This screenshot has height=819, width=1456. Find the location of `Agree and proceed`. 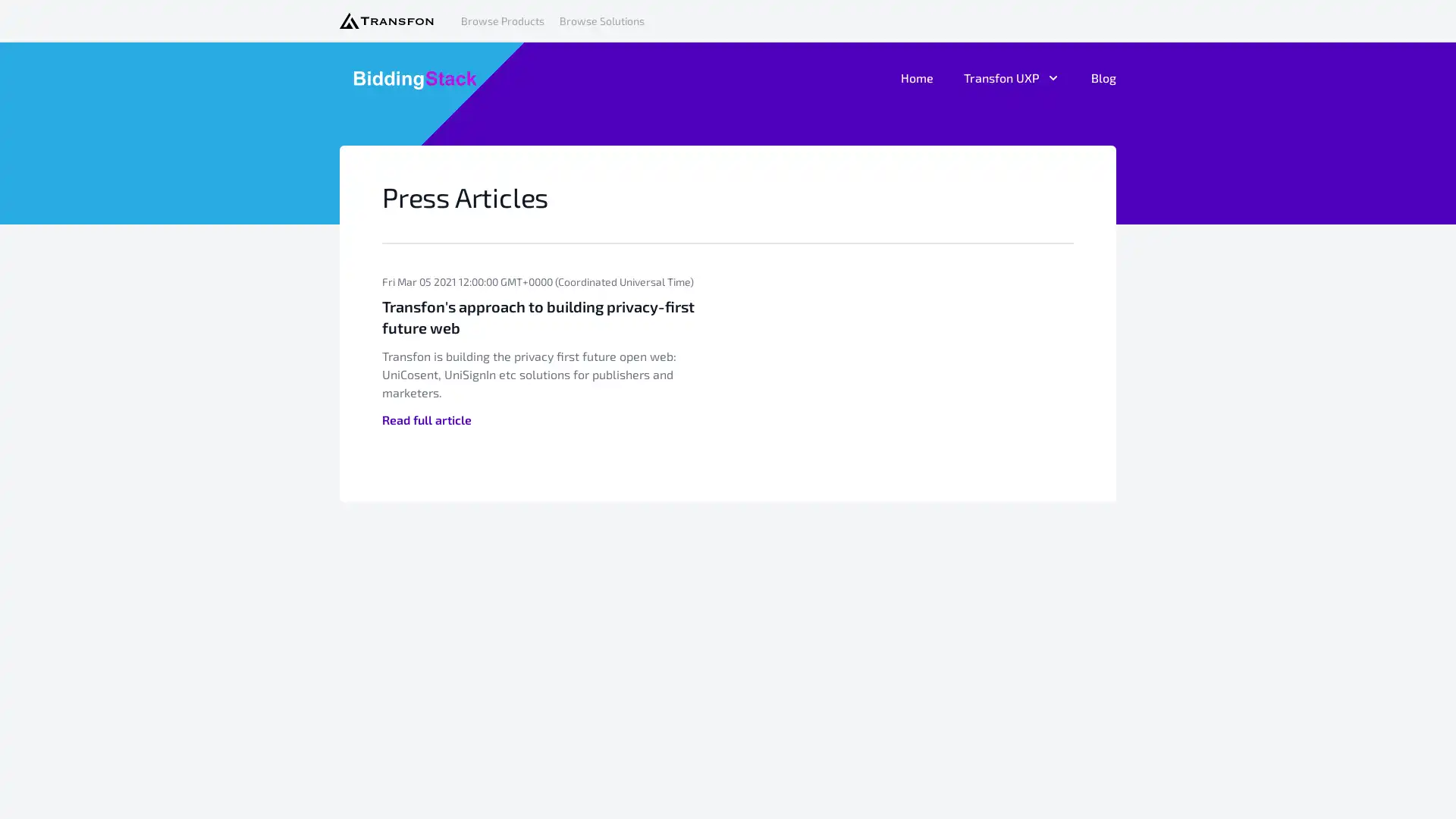

Agree and proceed is located at coordinates (273, 791).